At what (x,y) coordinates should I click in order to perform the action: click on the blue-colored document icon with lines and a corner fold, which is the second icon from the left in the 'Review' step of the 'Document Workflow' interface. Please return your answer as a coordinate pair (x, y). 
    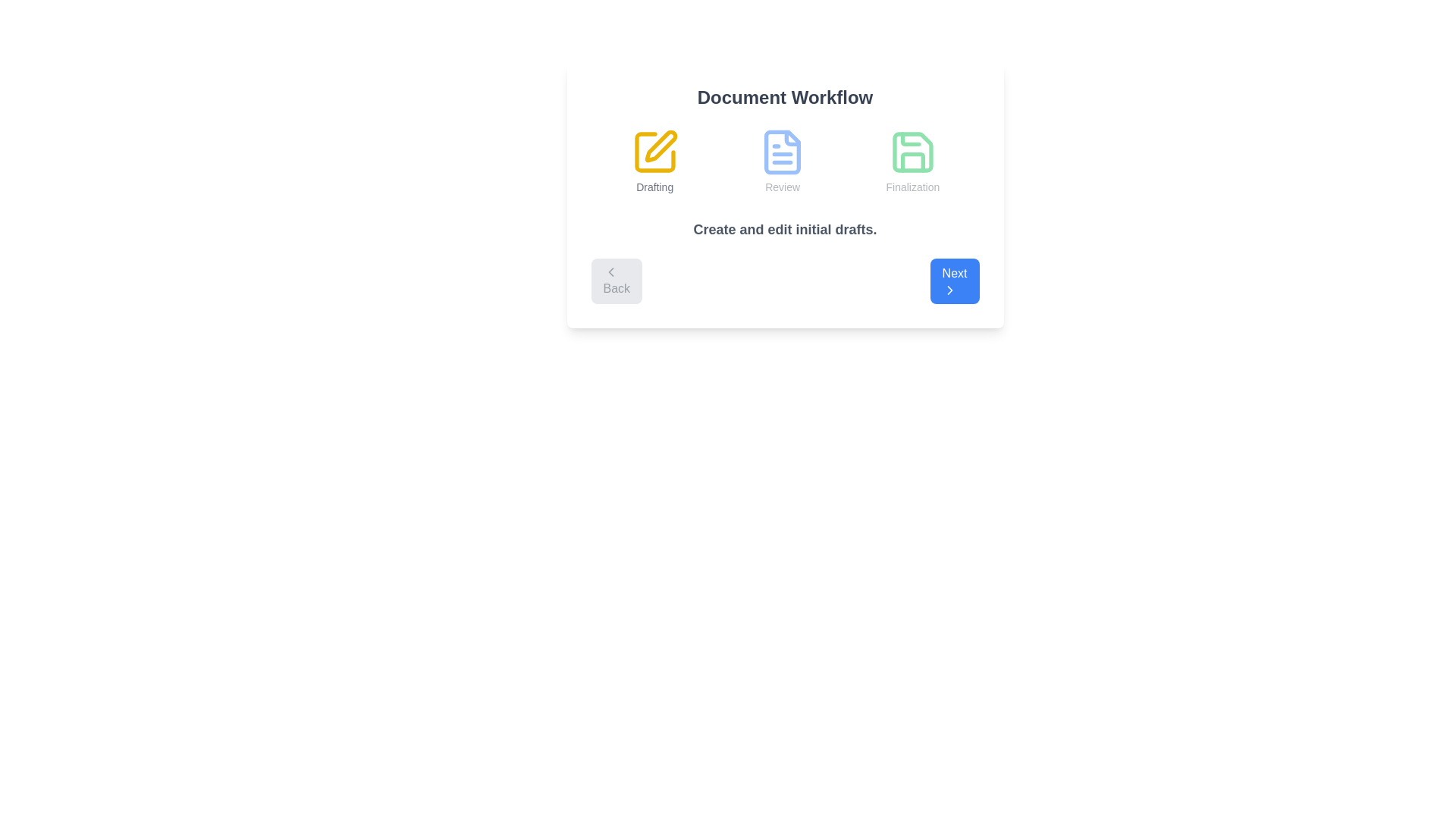
    Looking at the image, I should click on (783, 152).